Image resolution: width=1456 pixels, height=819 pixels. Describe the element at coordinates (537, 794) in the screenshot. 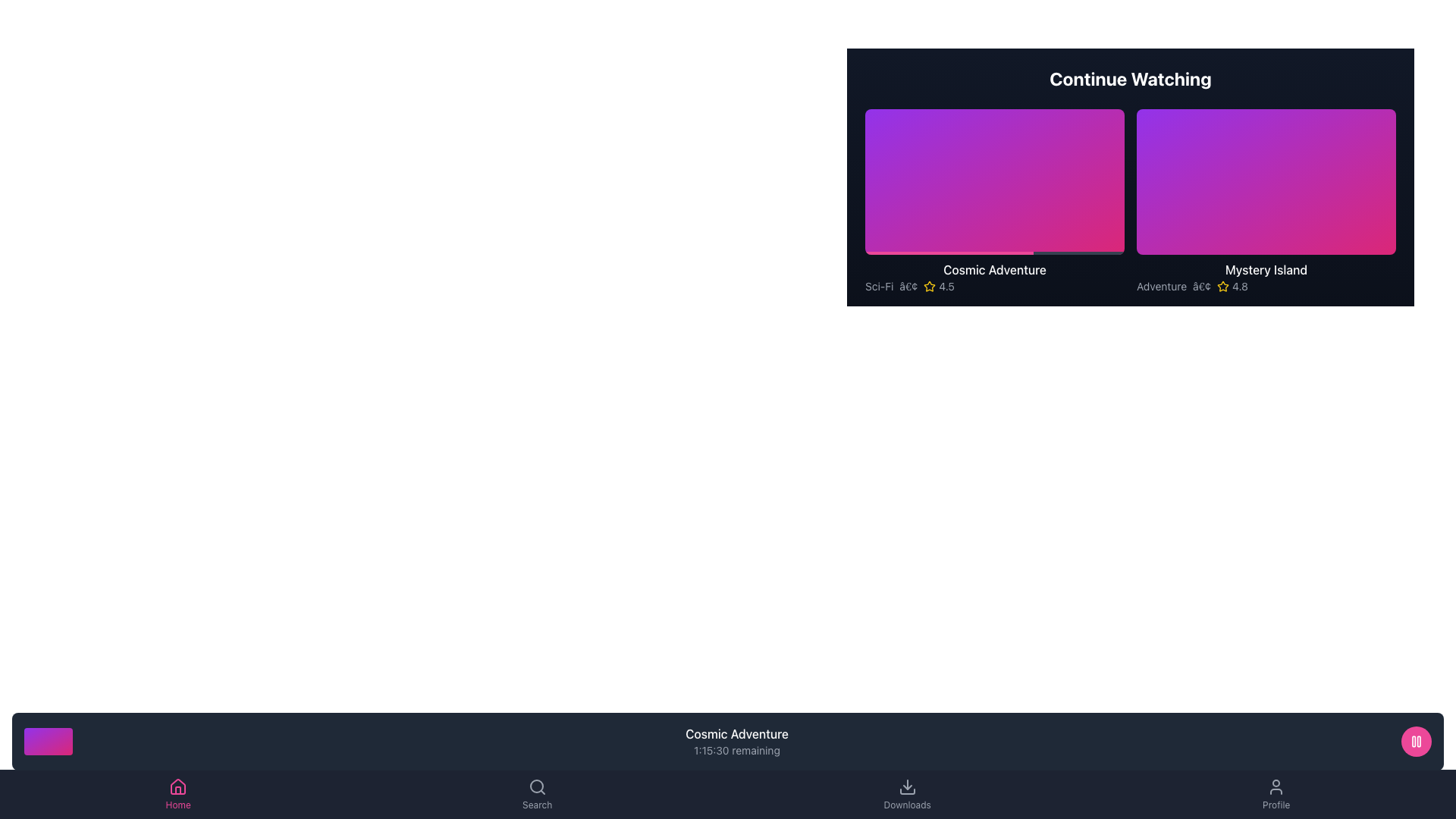

I see `the 'Search' button with a magnifying glass icon located` at that location.